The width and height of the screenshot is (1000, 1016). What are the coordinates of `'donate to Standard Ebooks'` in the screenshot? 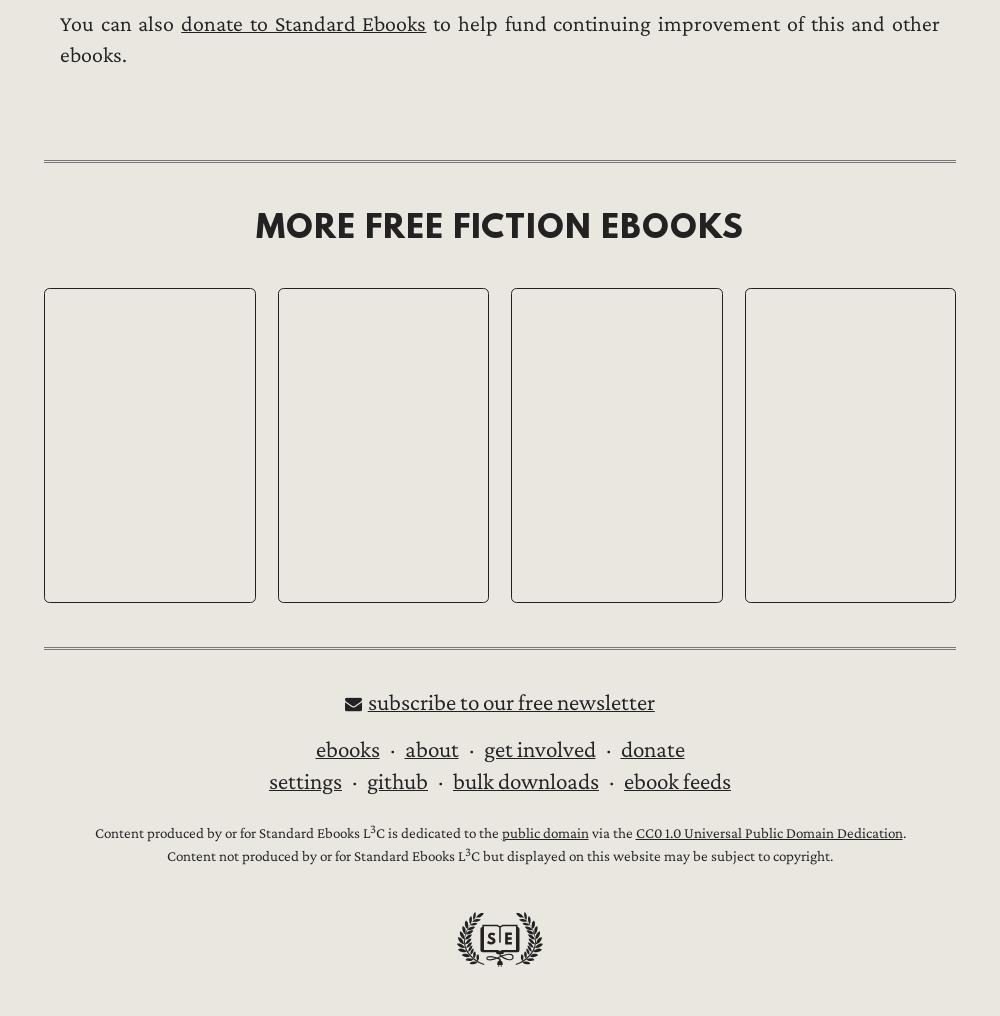 It's located at (303, 23).